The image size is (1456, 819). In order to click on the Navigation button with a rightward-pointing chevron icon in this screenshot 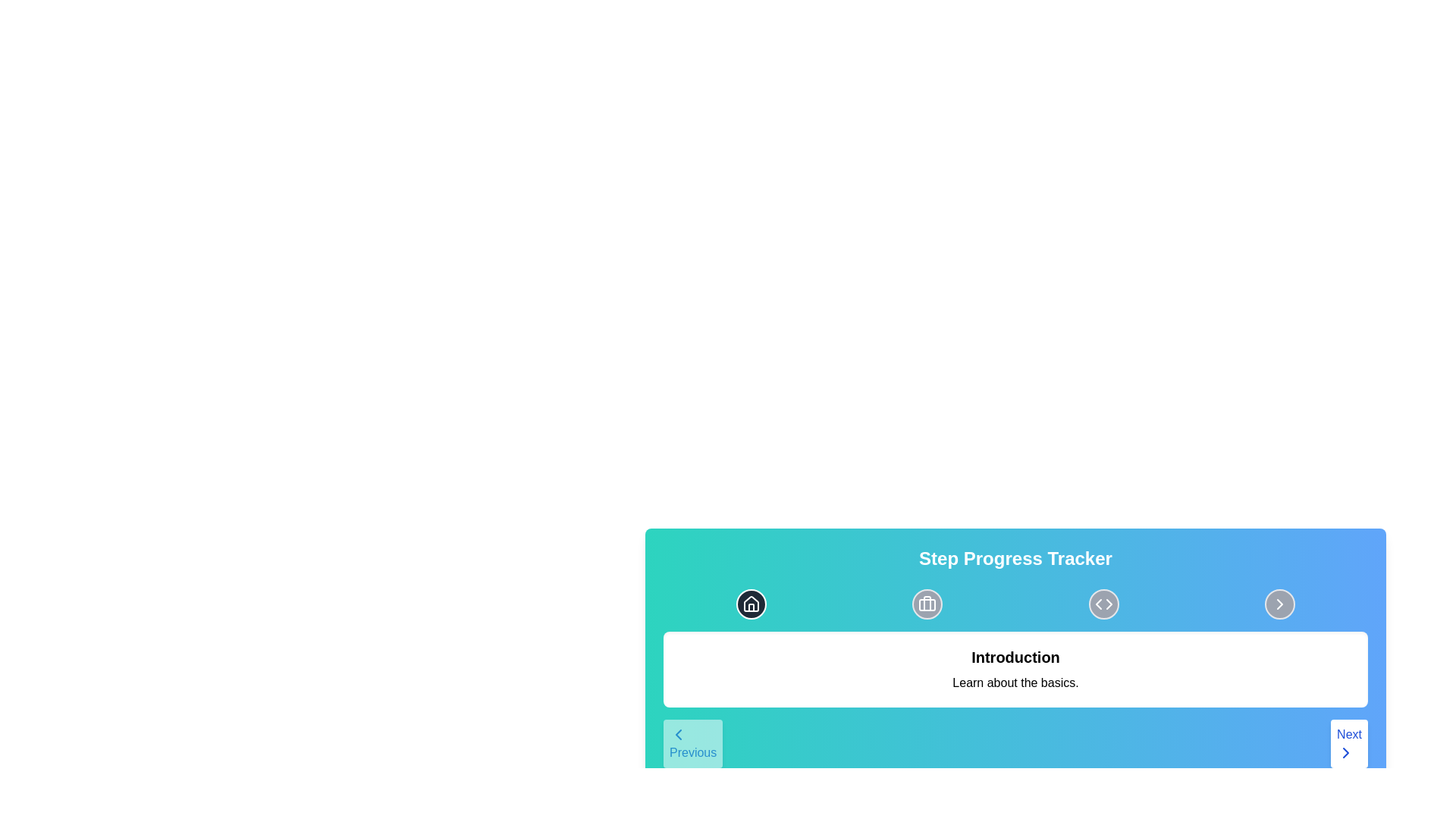, I will do `click(1279, 604)`.